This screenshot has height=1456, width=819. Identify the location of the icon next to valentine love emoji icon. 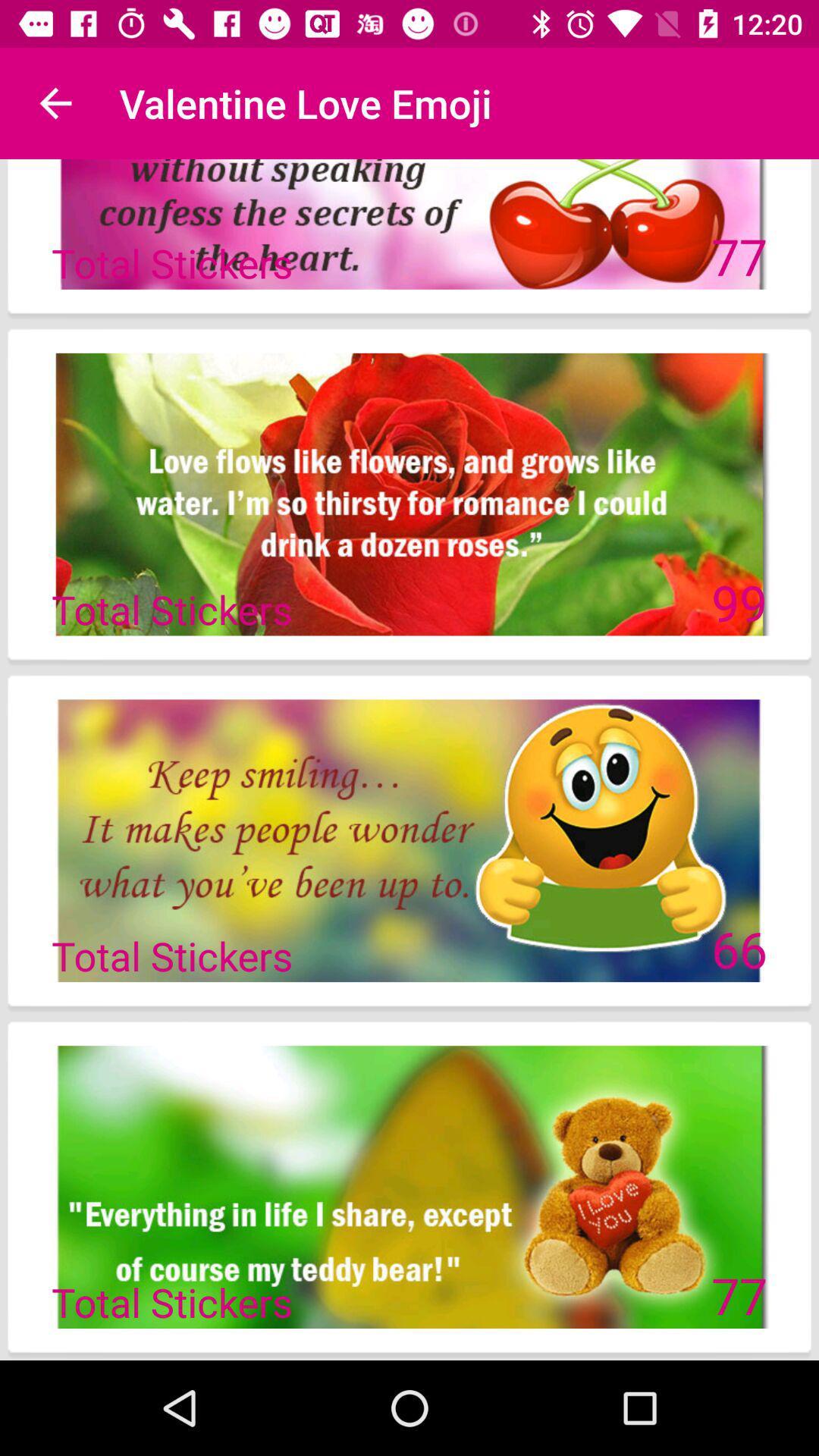
(55, 102).